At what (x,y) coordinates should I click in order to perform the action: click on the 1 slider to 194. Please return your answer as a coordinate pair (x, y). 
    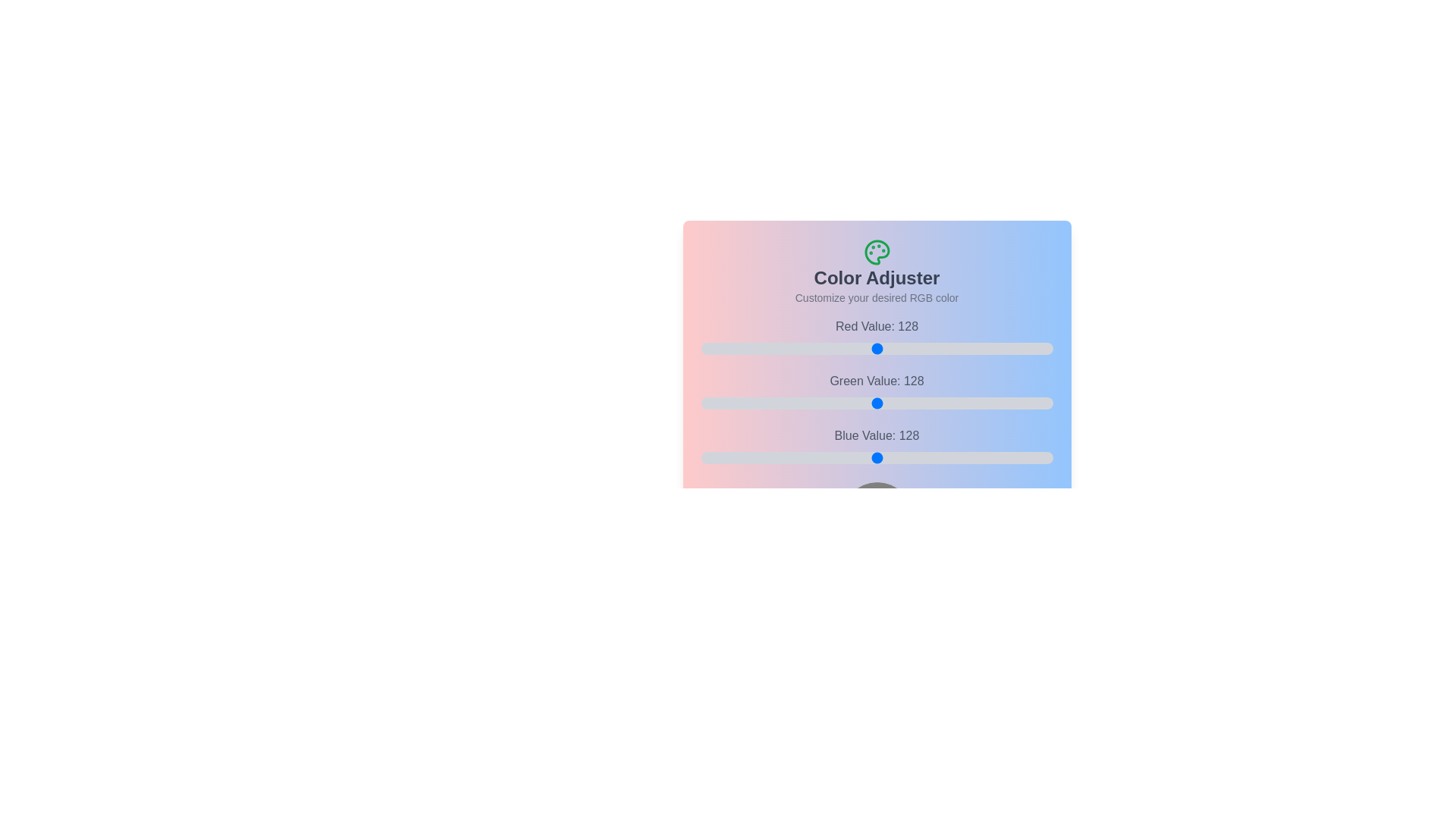
    Looking at the image, I should click on (1011, 403).